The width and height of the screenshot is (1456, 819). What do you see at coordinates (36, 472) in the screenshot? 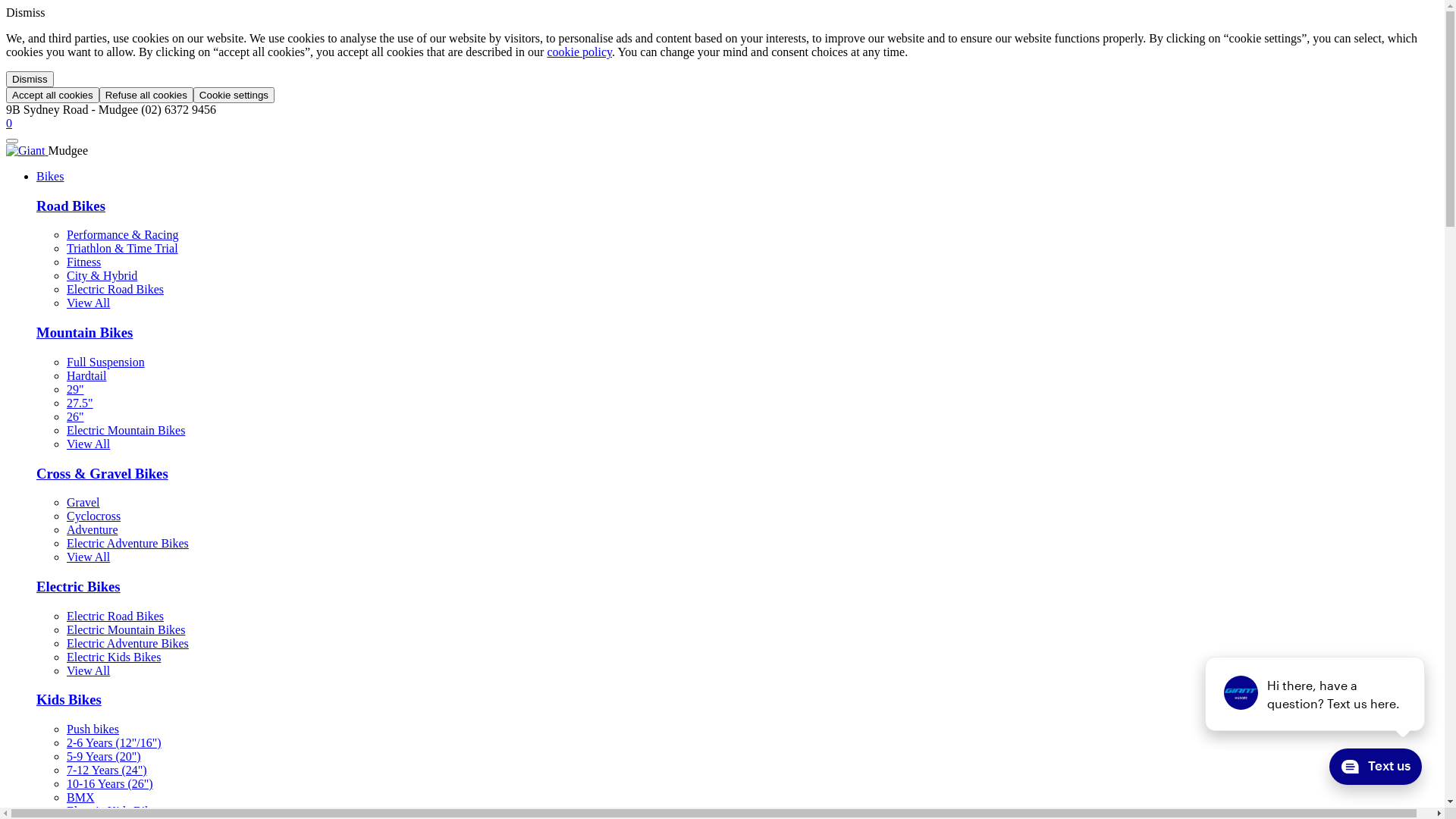
I see `'Cross & Gravel Bikes'` at bounding box center [36, 472].